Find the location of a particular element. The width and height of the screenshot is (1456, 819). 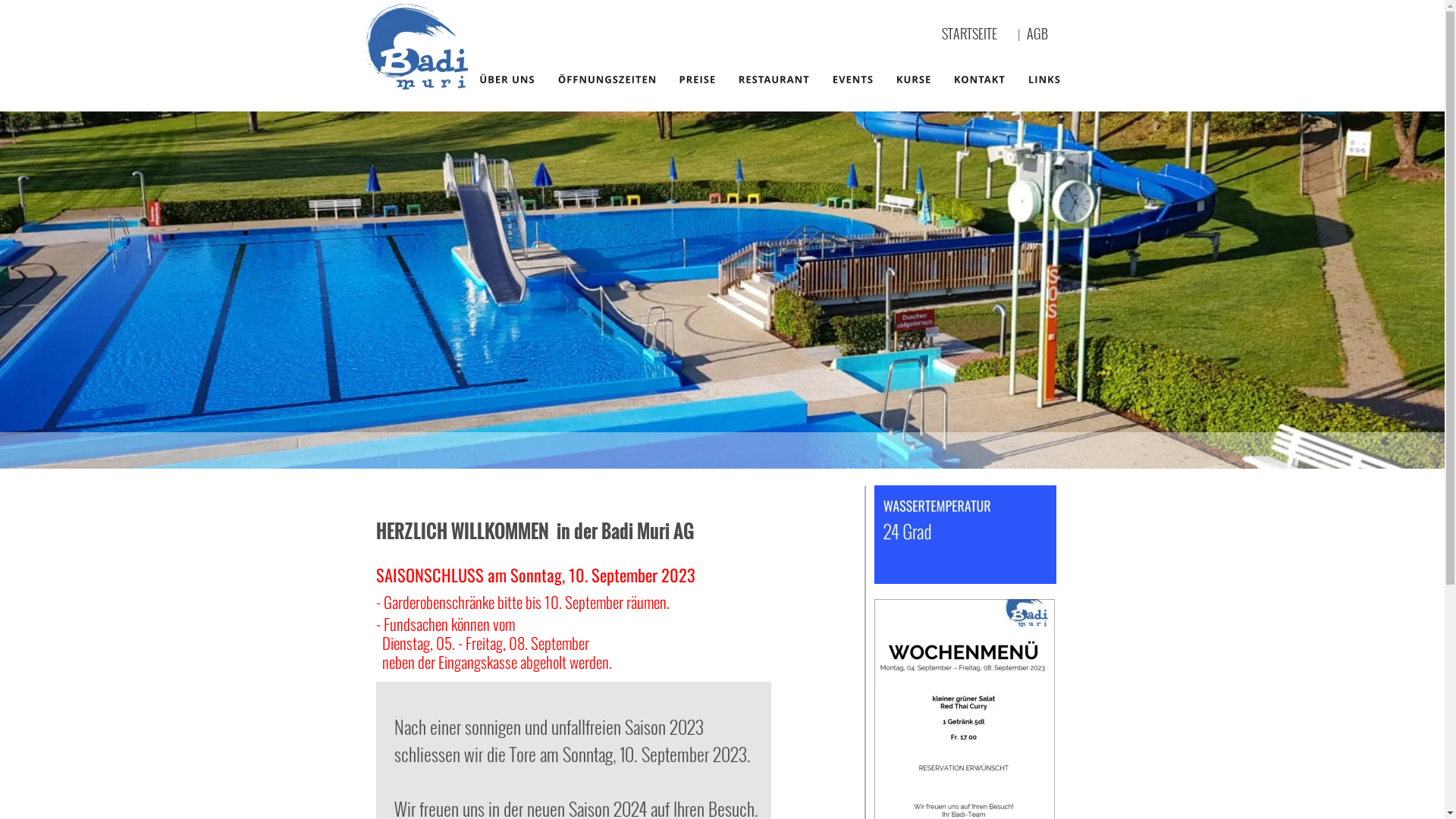

'|  ' is located at coordinates (1022, 34).